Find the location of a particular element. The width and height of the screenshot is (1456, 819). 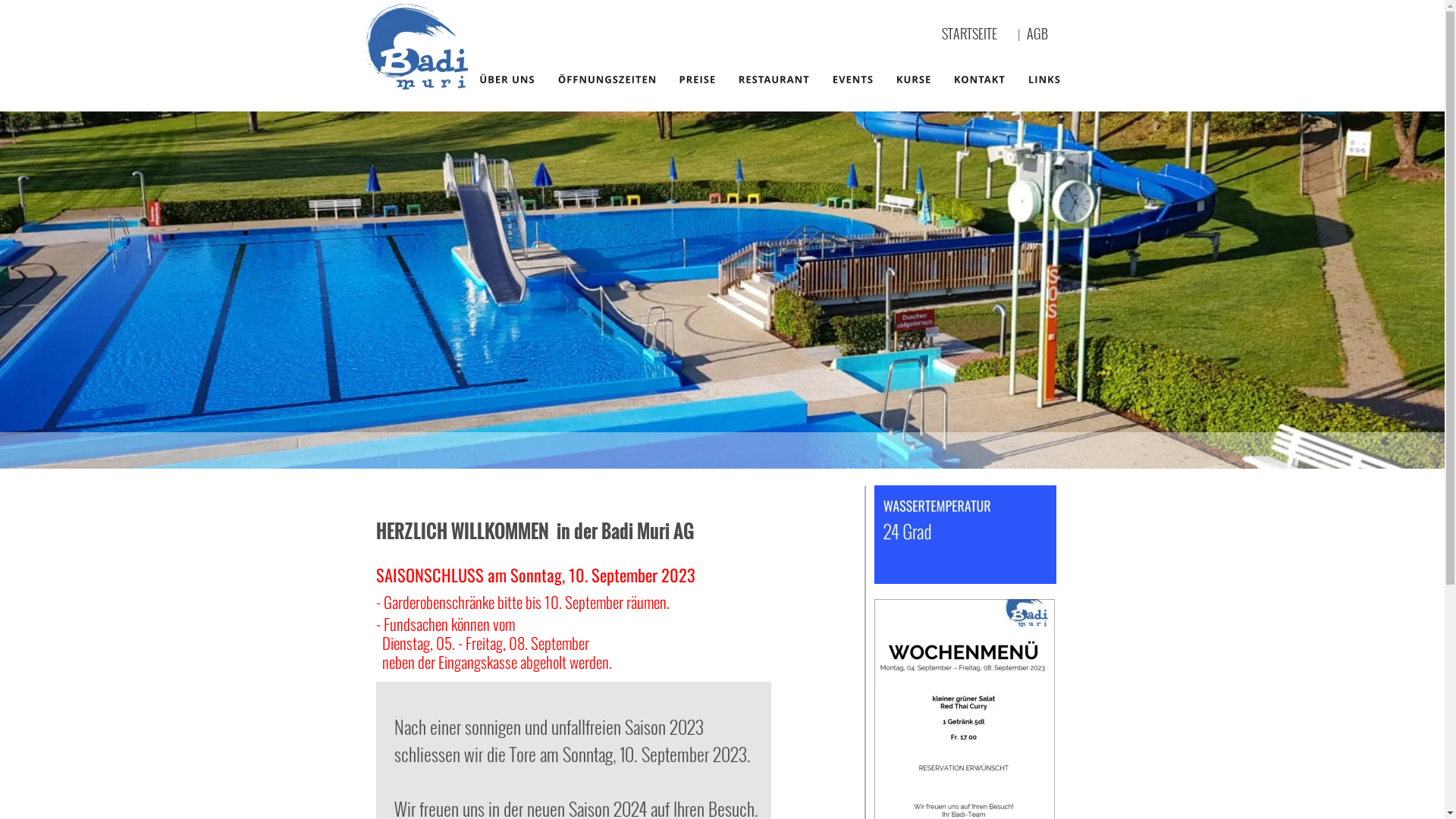

'|  ' is located at coordinates (1022, 34).